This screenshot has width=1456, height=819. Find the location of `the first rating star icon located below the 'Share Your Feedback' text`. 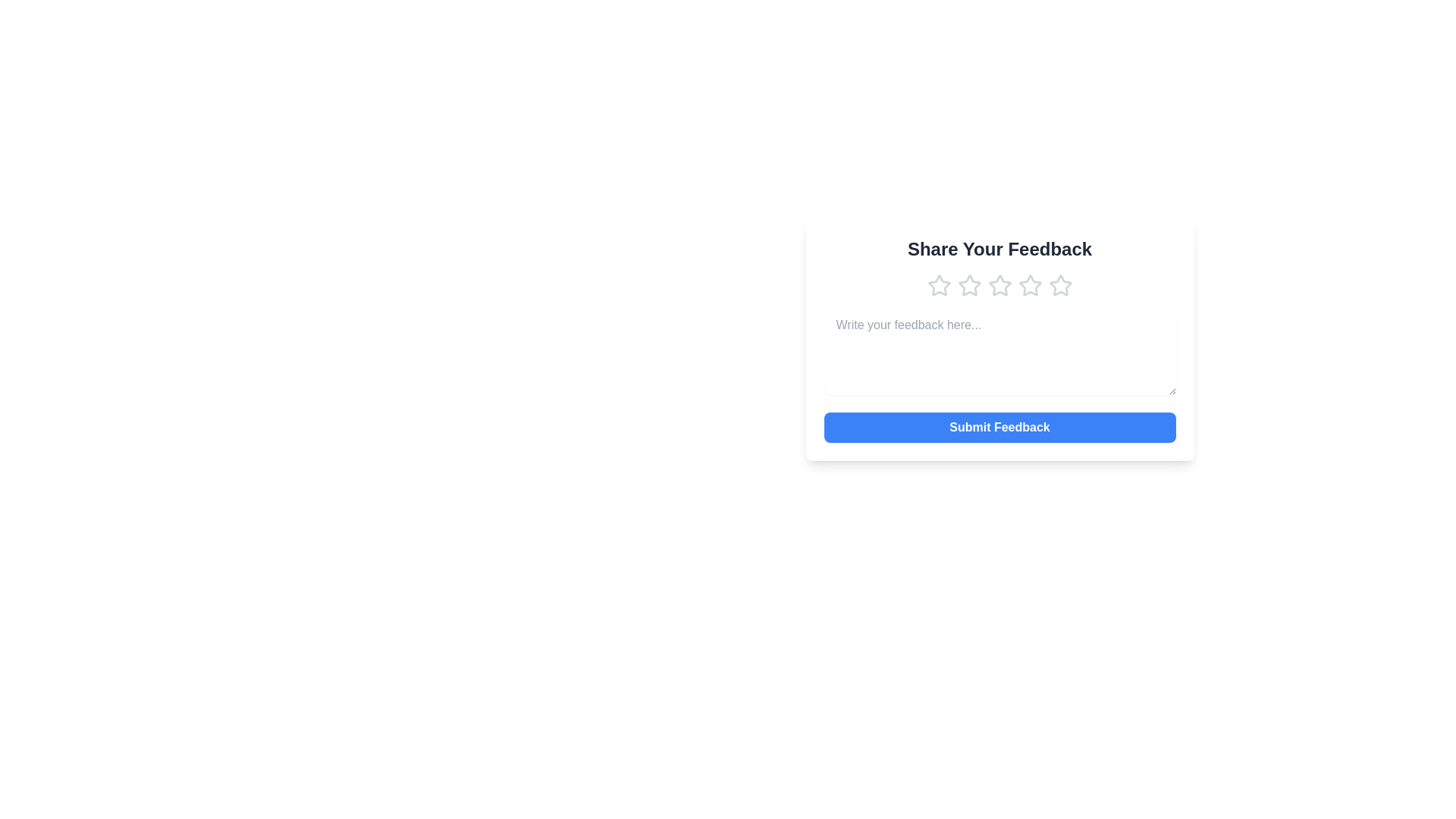

the first rating star icon located below the 'Share Your Feedback' text is located at coordinates (938, 284).